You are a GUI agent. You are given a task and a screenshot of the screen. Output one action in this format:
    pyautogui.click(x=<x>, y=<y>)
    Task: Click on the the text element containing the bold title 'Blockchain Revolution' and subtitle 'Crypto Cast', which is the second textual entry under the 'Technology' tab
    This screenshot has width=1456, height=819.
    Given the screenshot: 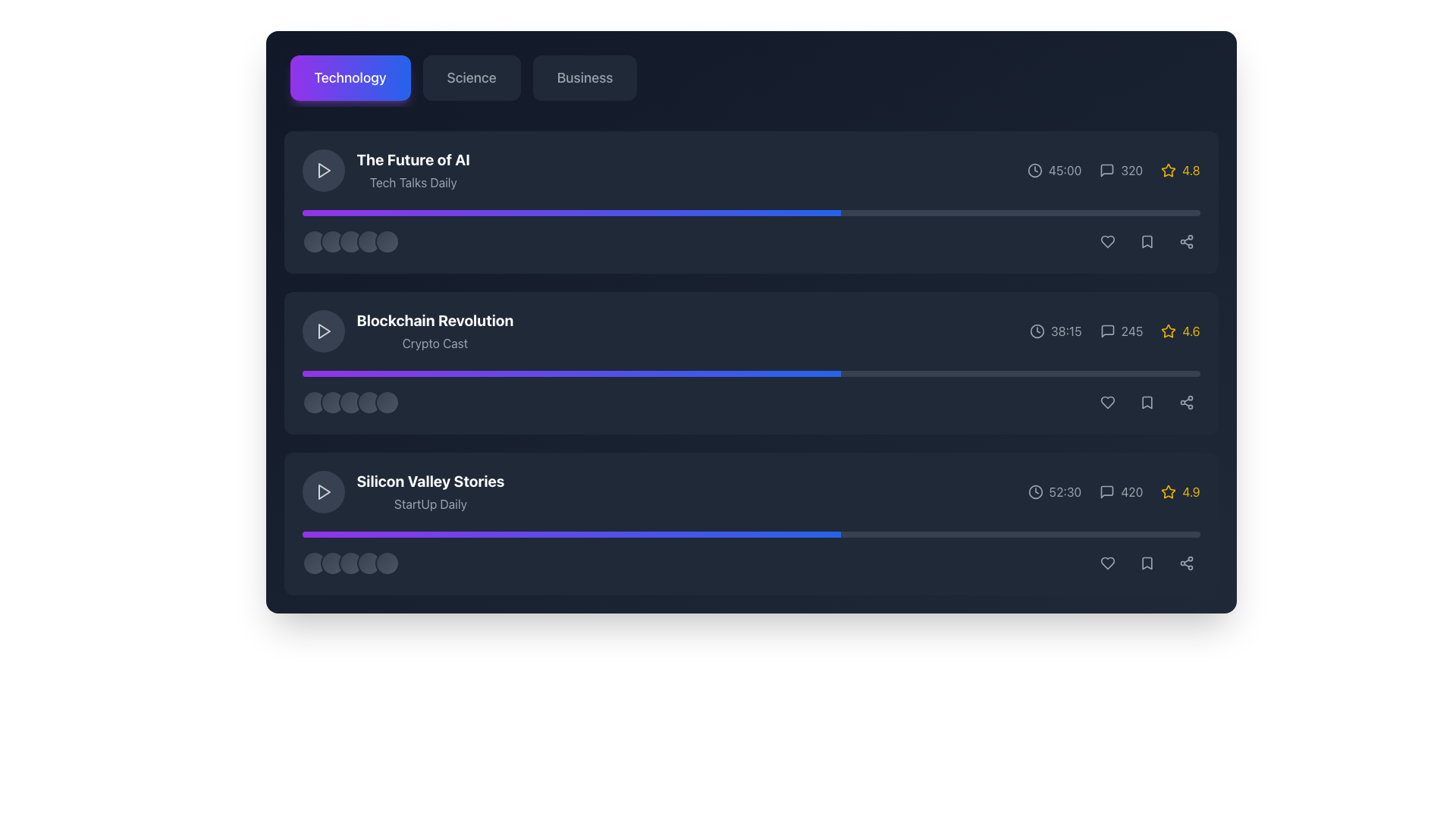 What is the action you would take?
    pyautogui.click(x=434, y=330)
    